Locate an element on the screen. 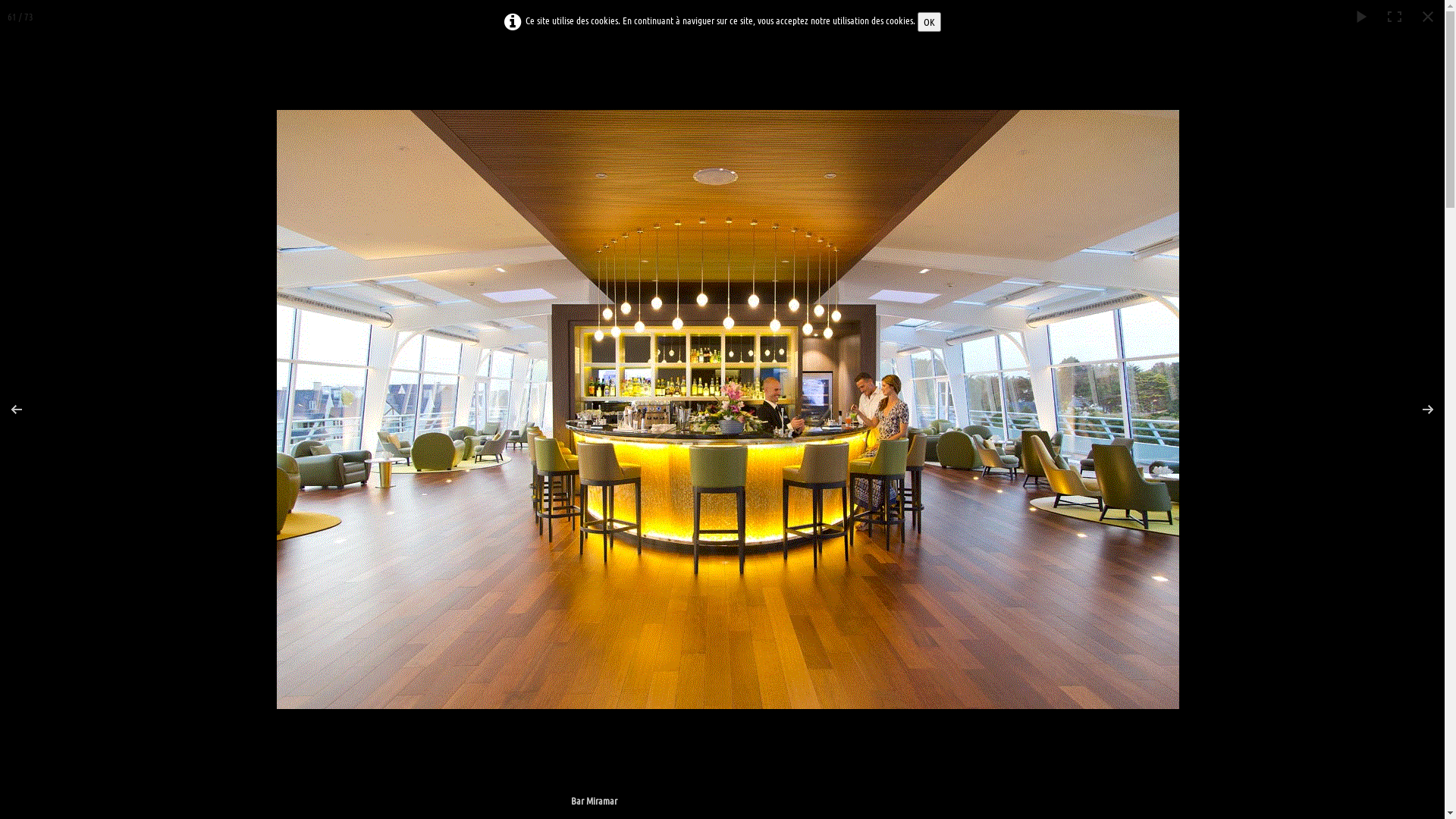  'Fermer' is located at coordinates (1426, 17).